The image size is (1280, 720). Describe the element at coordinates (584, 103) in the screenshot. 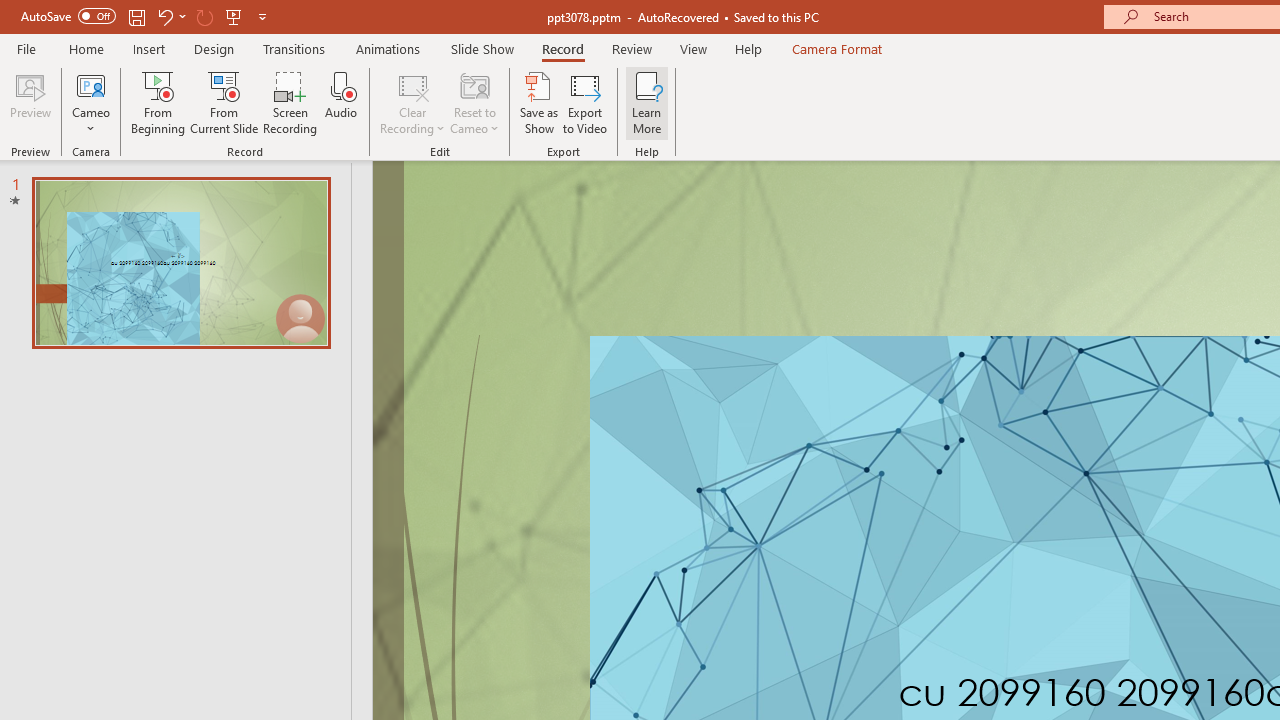

I see `'Export to Video'` at that location.